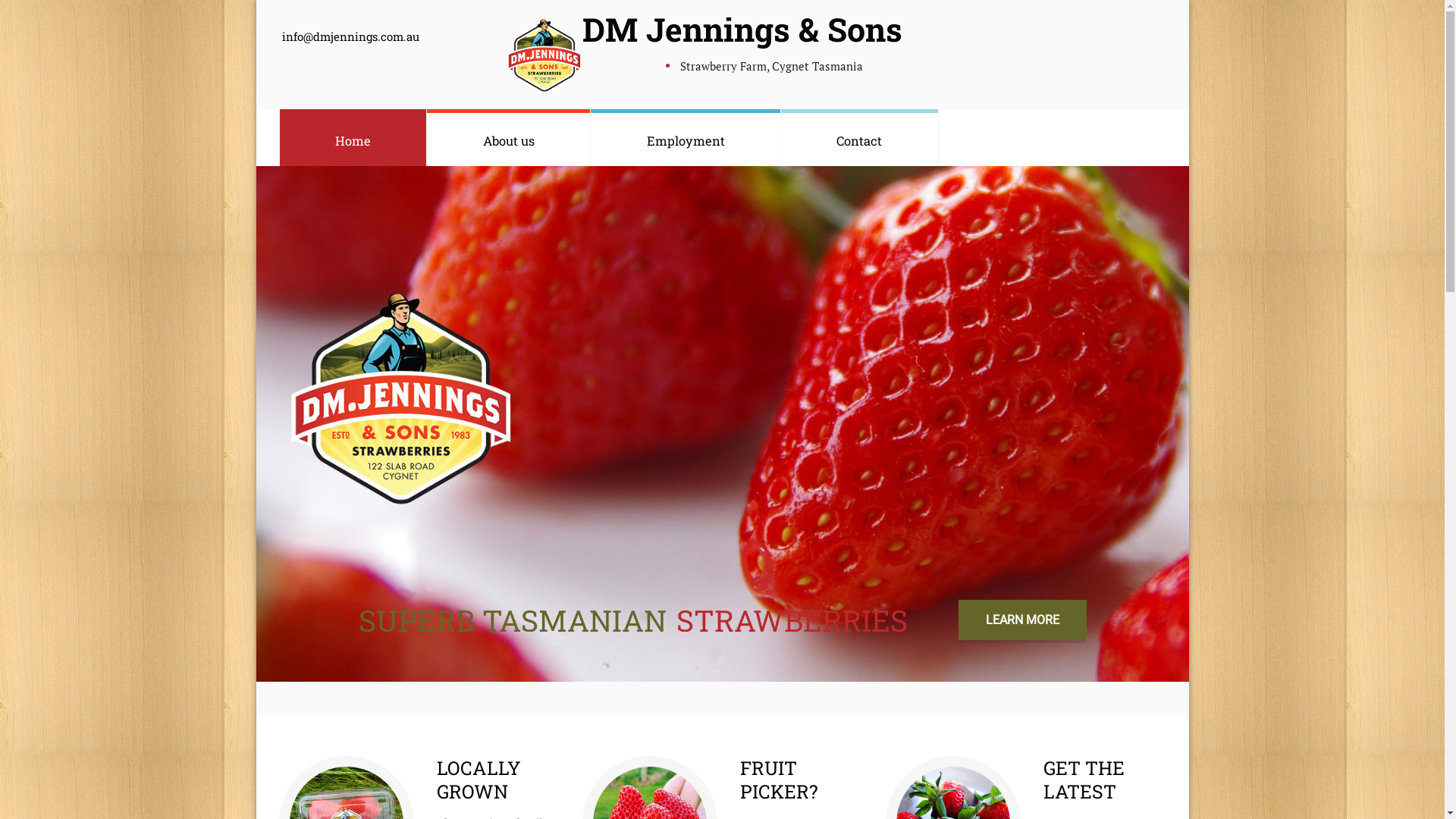  Describe the element at coordinates (859, 137) in the screenshot. I see `'Contact'` at that location.